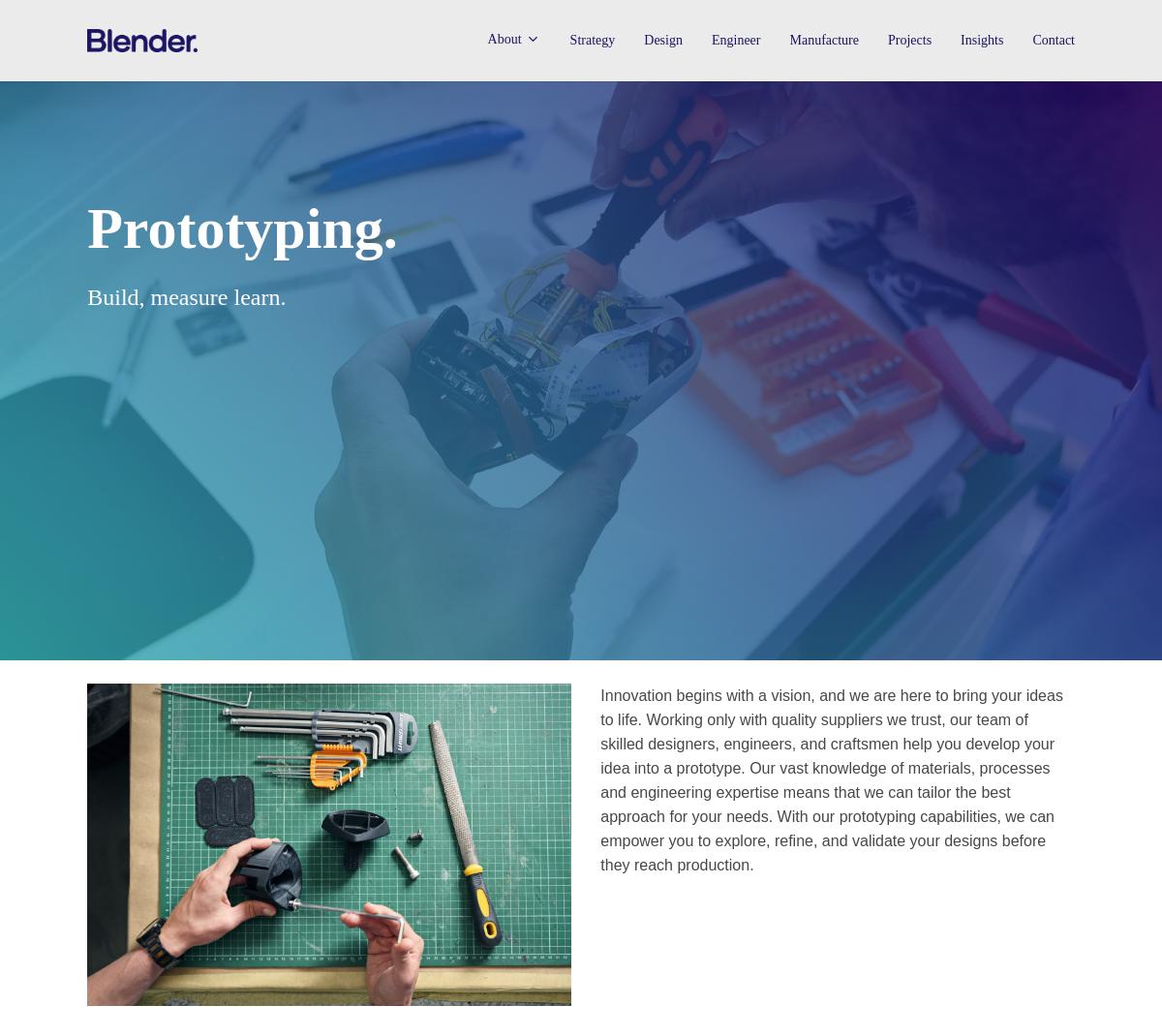 The height and width of the screenshot is (1036, 1162). I want to click on 'Insights', so click(982, 39).